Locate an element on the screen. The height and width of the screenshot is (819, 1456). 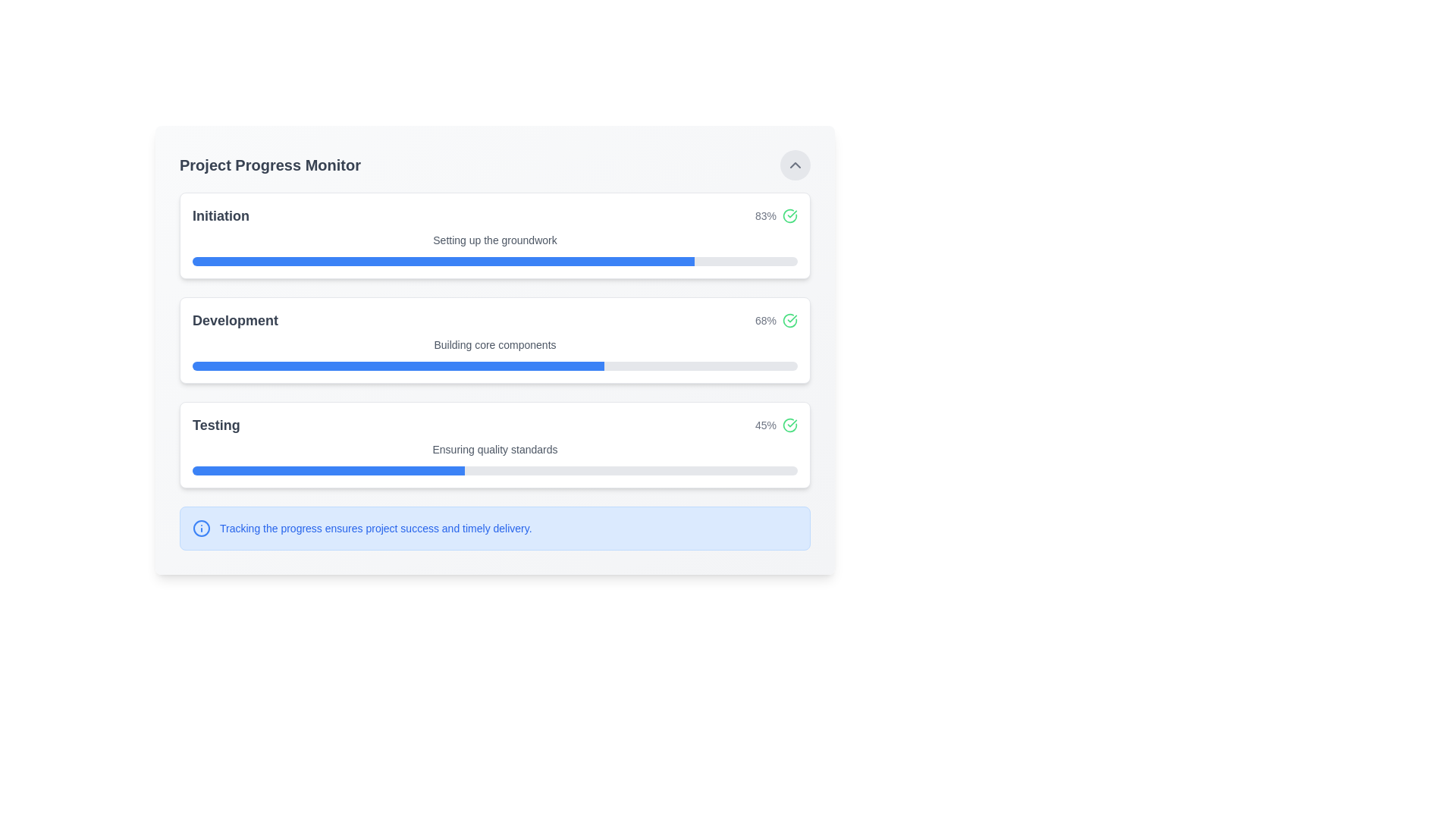
the visual progress of the blue progress indicator bar within the 'Development' section of the 'Project Progress Monitor.' is located at coordinates (398, 366).